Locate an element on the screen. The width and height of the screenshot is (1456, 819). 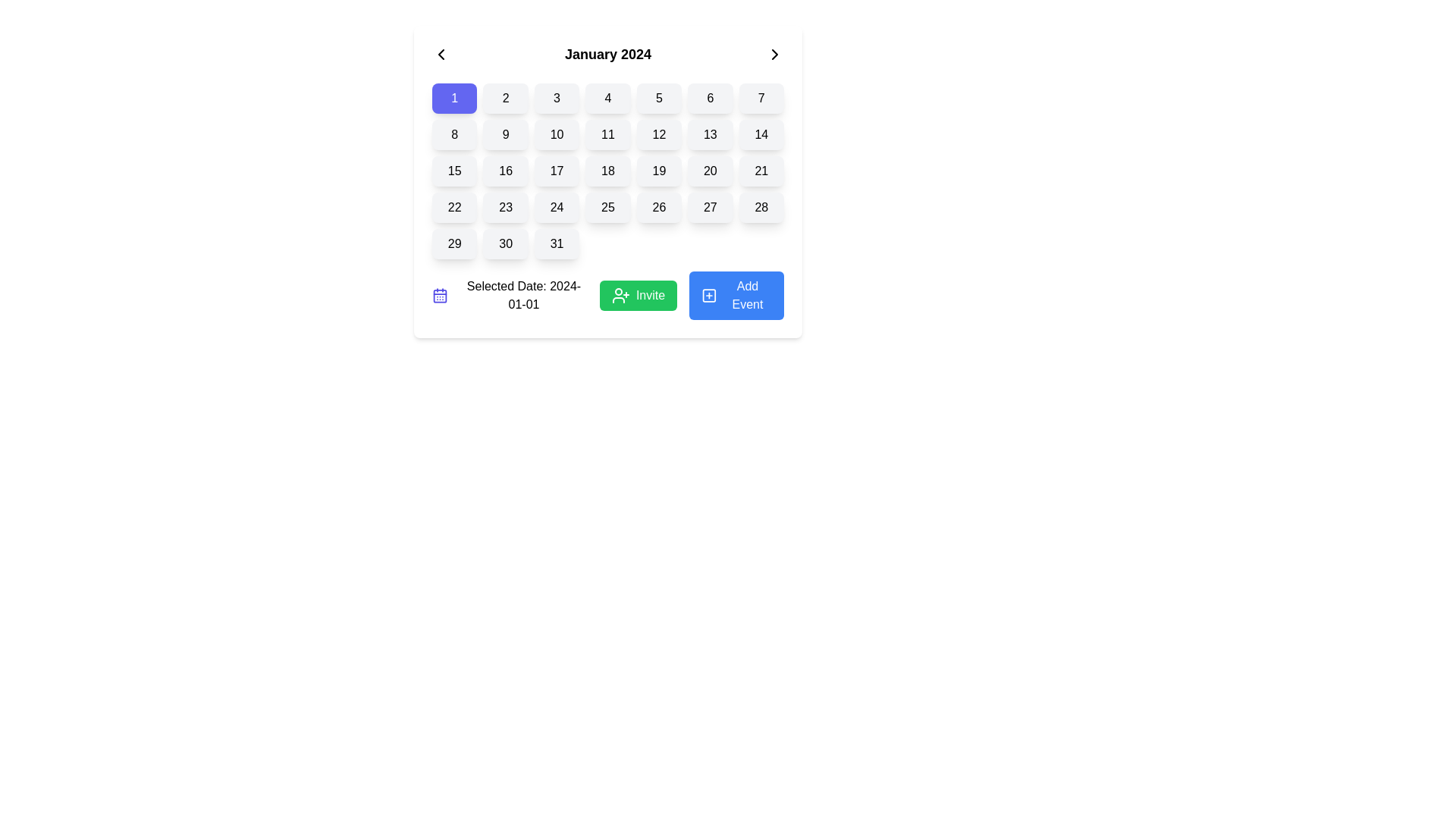
the square calendar button displaying the number '25' is located at coordinates (607, 207).